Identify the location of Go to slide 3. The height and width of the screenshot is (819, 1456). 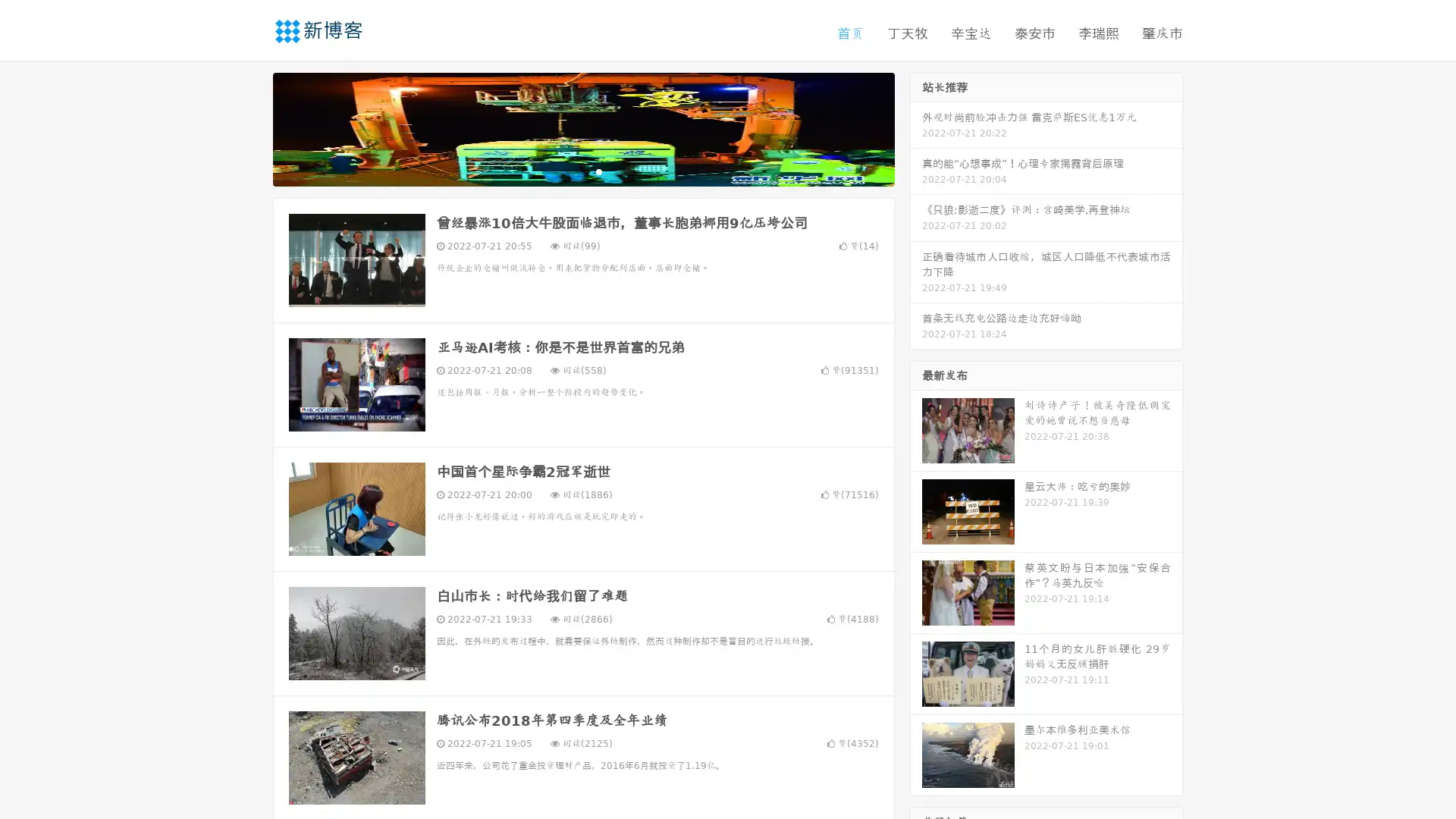
(598, 171).